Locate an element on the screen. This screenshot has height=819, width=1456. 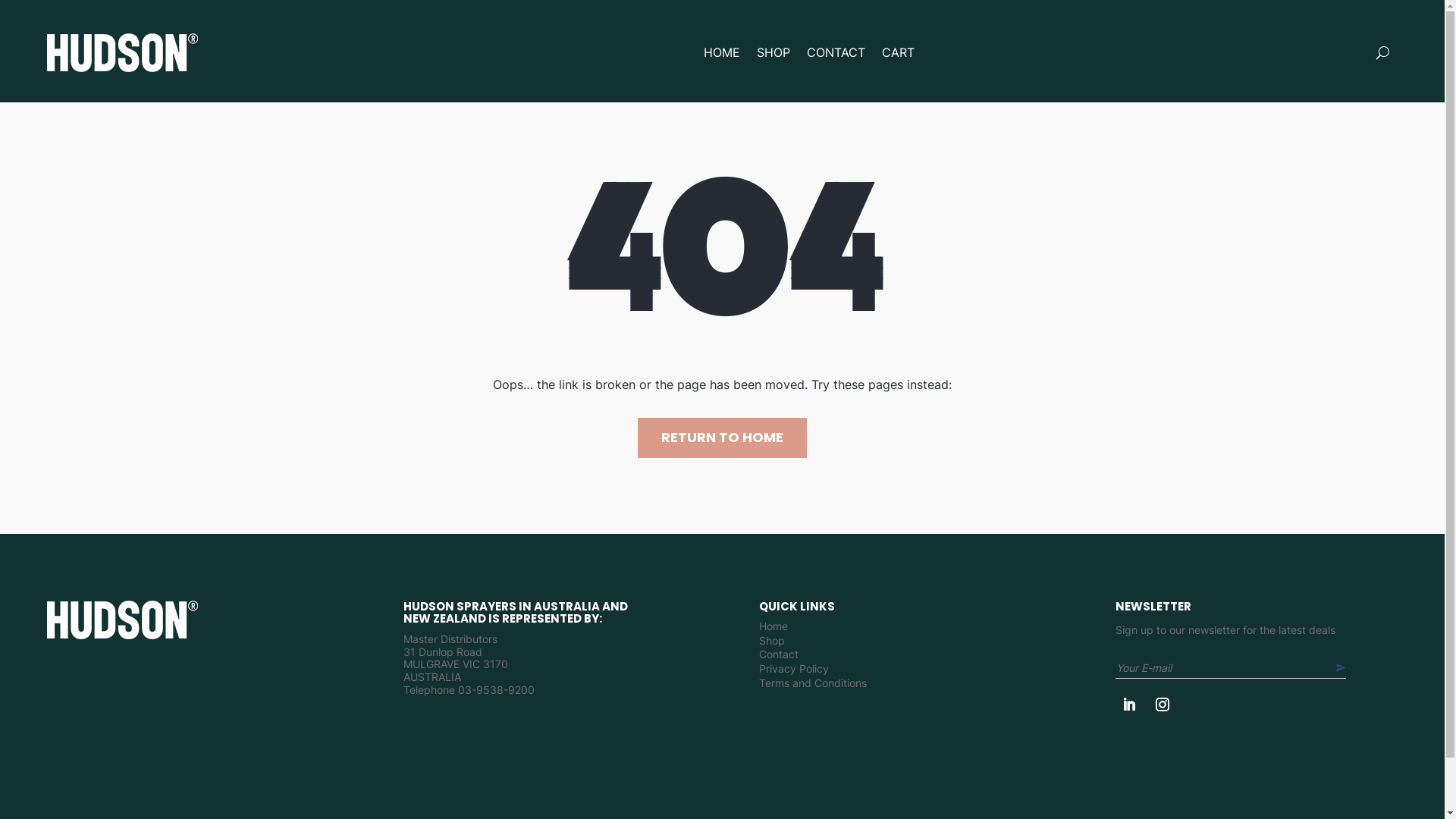
'HOME' is located at coordinates (720, 52).